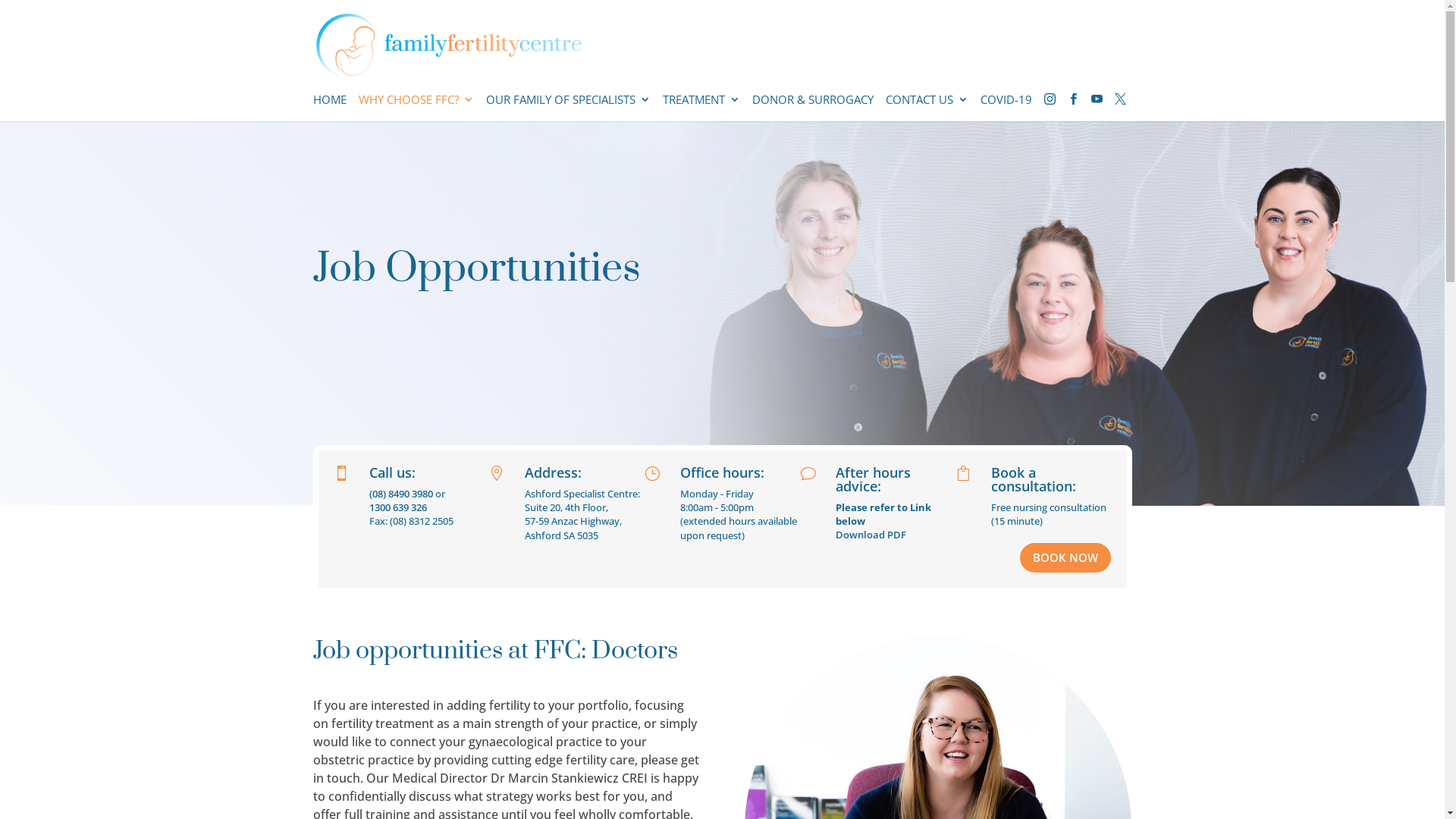  Describe the element at coordinates (397, 507) in the screenshot. I see `'1300 639 326'` at that location.